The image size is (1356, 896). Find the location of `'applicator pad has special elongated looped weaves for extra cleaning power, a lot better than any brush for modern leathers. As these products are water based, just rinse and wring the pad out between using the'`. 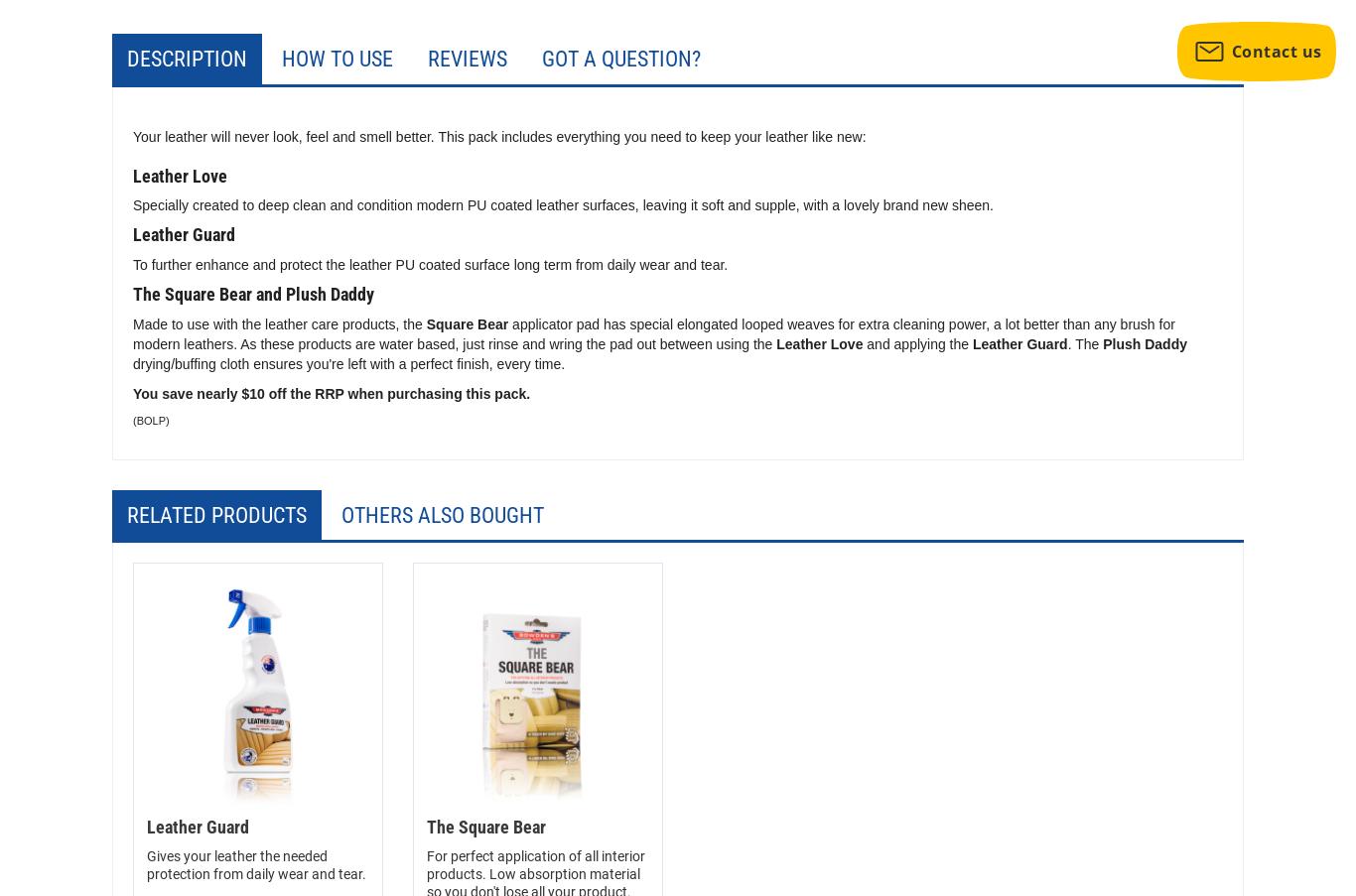

'applicator pad has special elongated looped weaves for extra cleaning power, a lot better than any brush for modern leathers. As these products are water based, just rinse and wring the pad out between using the' is located at coordinates (652, 333).